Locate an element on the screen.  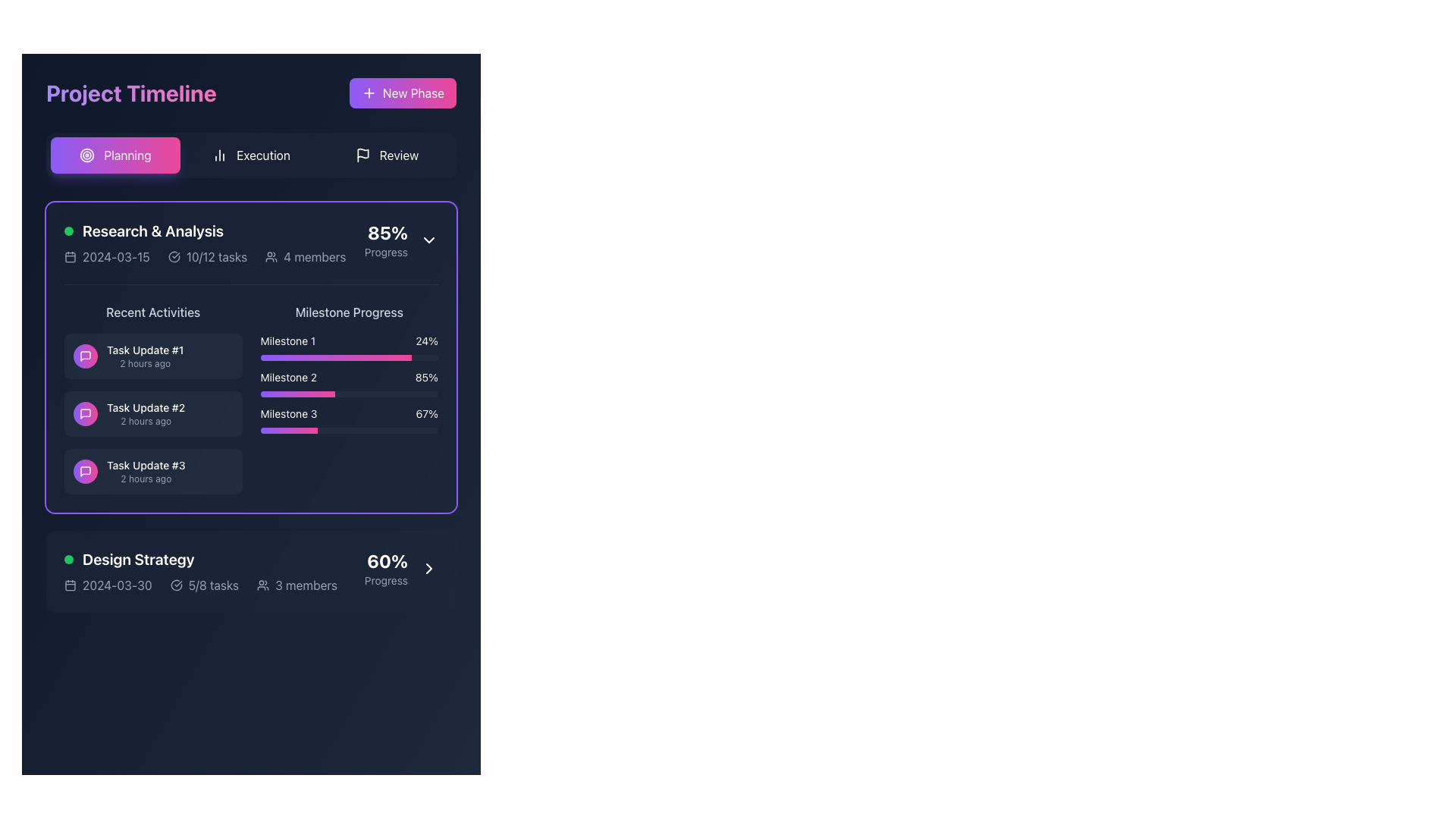
the right-facing chevron icon located next to the '60%' text in the 'Design Strategy' section is located at coordinates (428, 568).